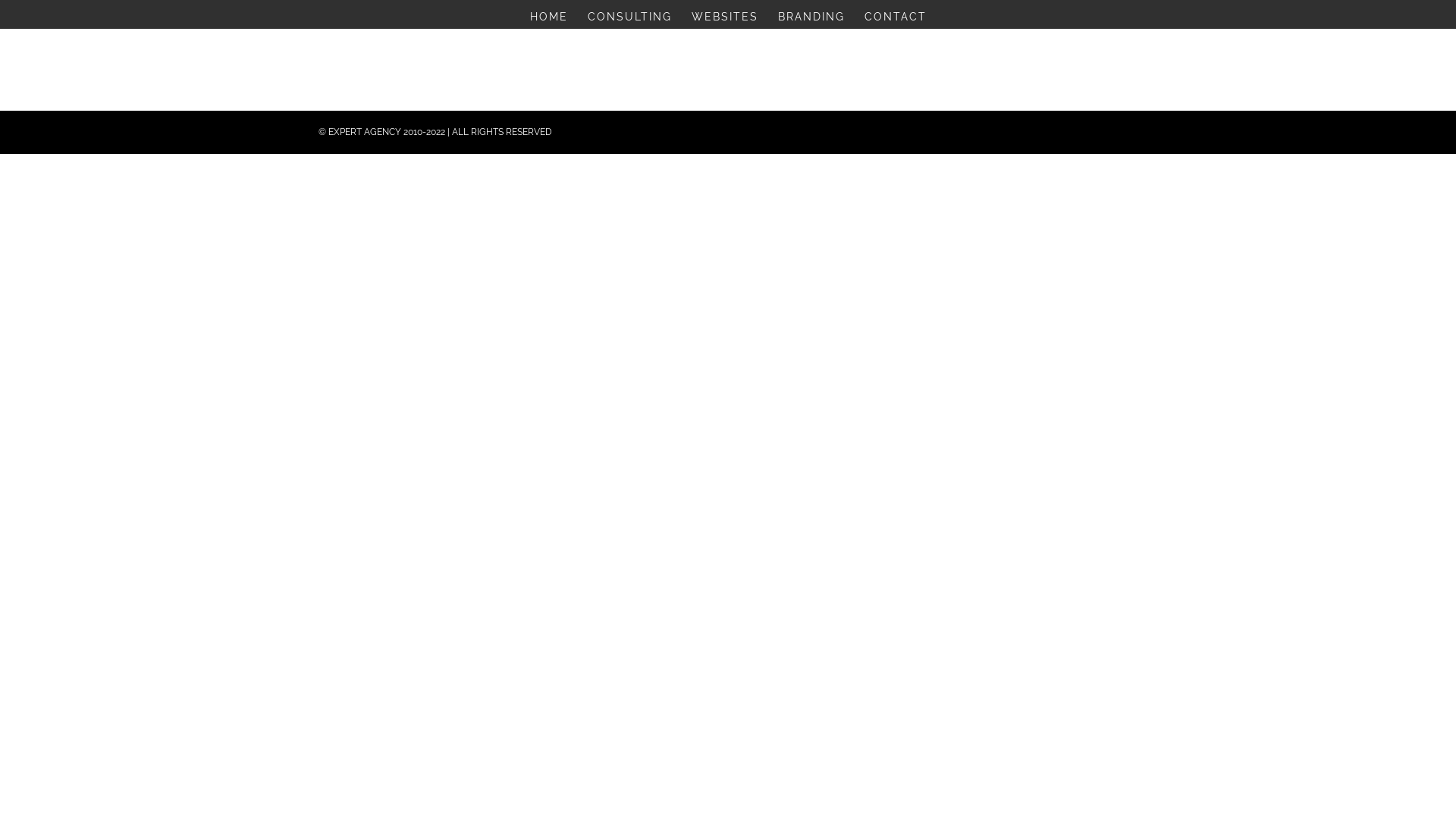 The width and height of the screenshot is (1456, 819). What do you see at coordinates (529, 20) in the screenshot?
I see `'HOME'` at bounding box center [529, 20].